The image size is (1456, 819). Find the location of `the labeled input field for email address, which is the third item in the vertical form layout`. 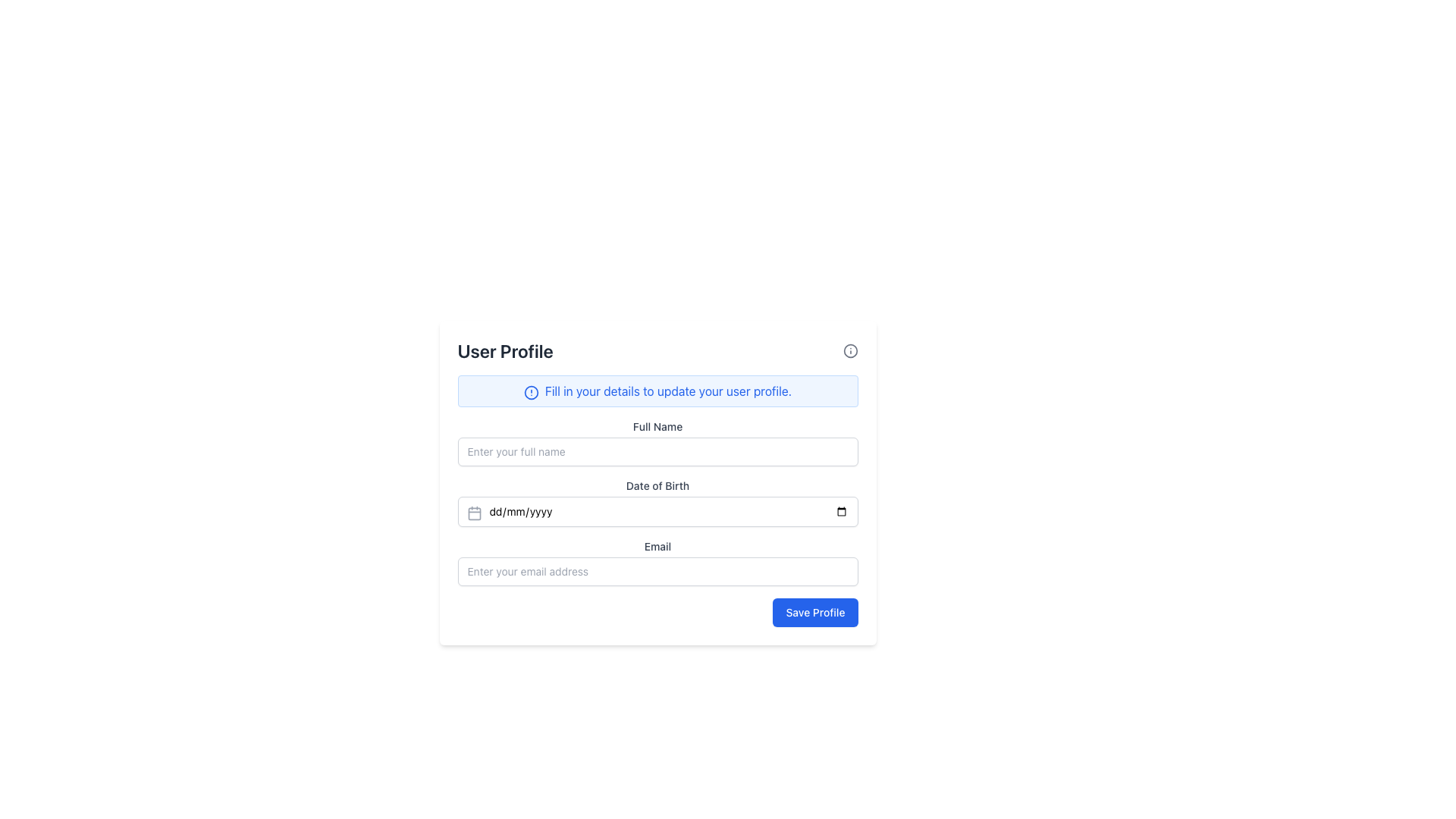

the labeled input field for email address, which is the third item in the vertical form layout is located at coordinates (657, 562).